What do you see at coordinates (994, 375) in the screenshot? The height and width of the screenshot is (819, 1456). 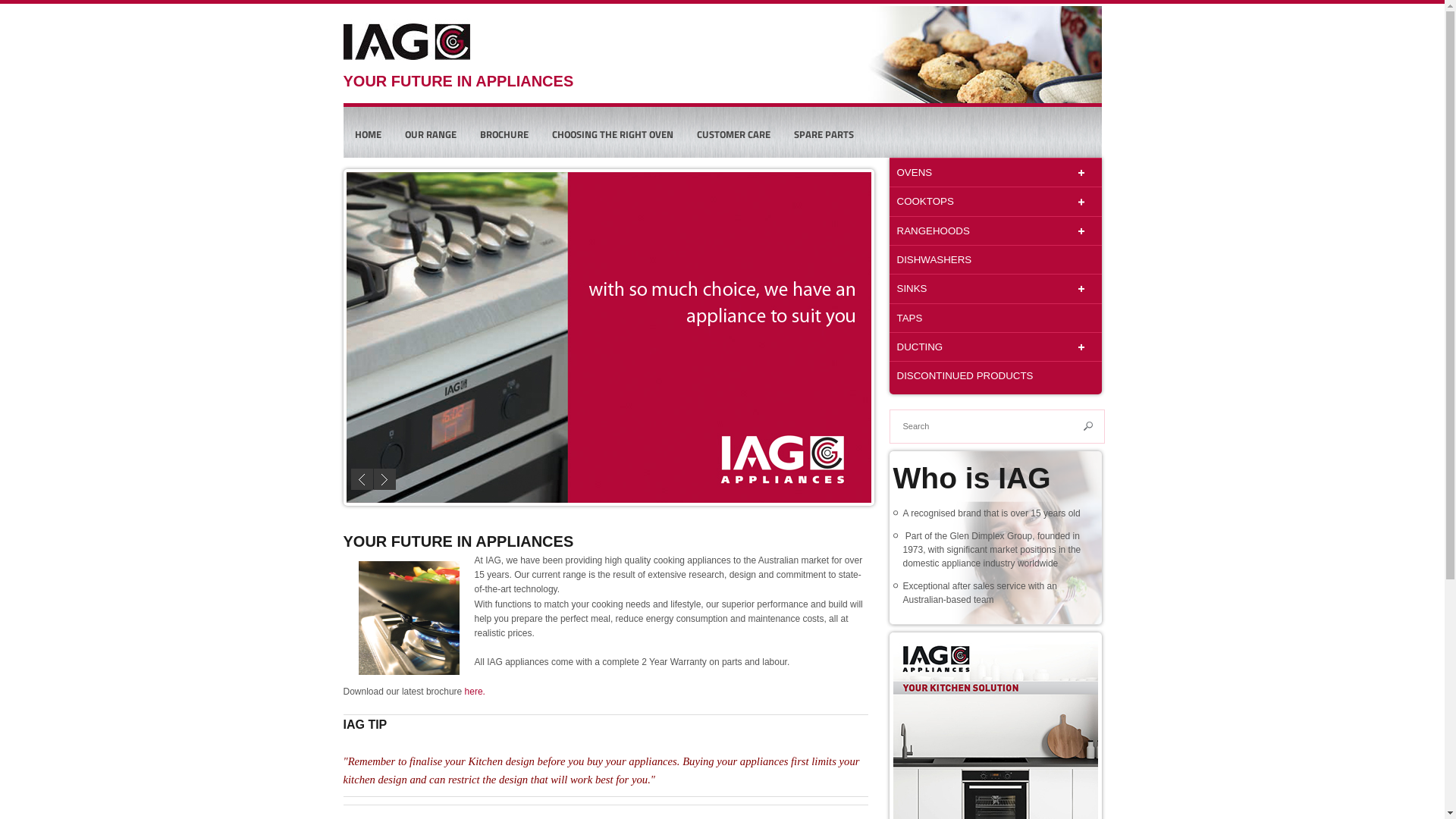 I see `'DISCONTINUED PRODUCTS'` at bounding box center [994, 375].